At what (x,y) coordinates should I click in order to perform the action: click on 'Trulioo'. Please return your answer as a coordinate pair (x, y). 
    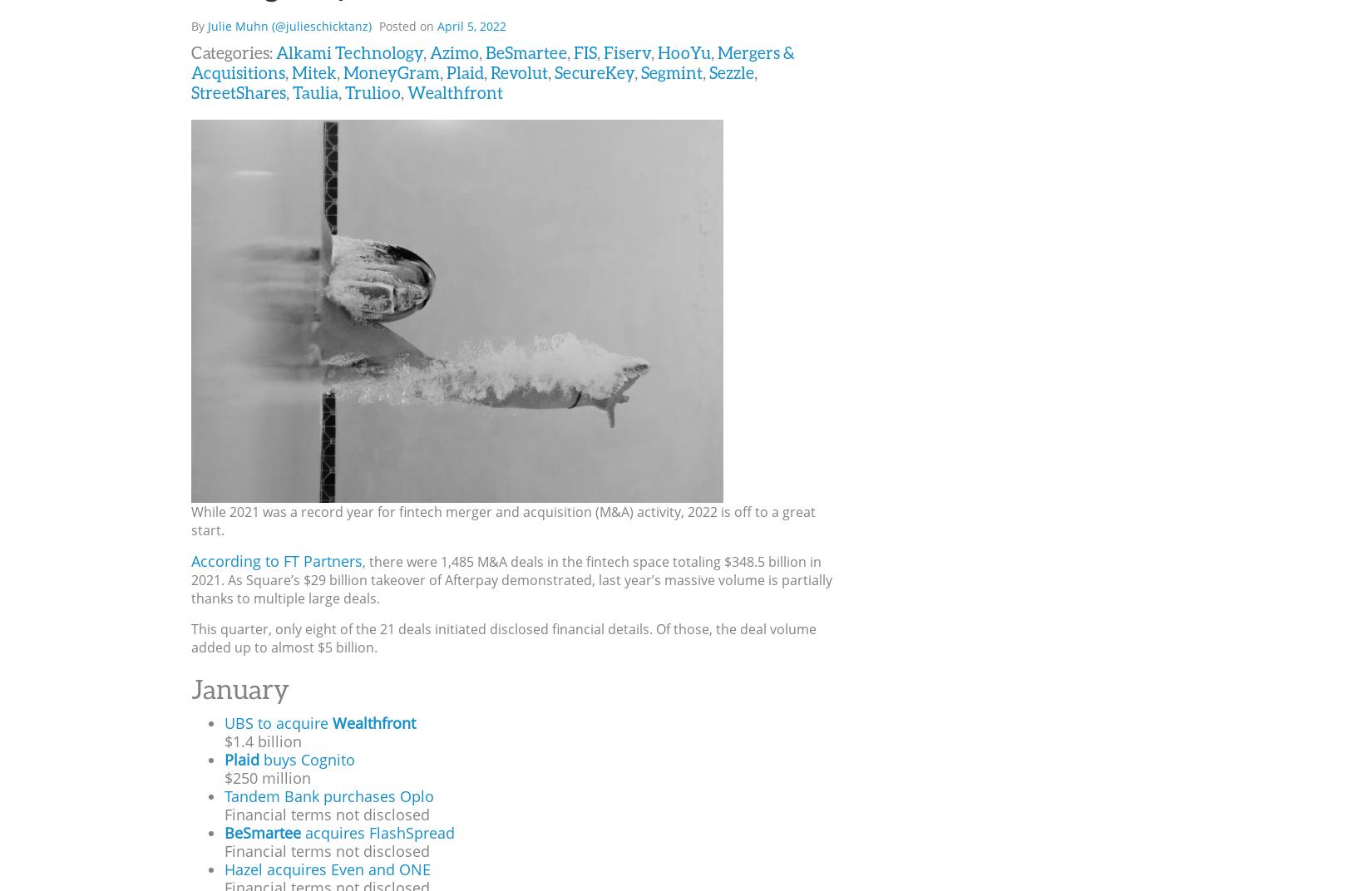
    Looking at the image, I should click on (372, 91).